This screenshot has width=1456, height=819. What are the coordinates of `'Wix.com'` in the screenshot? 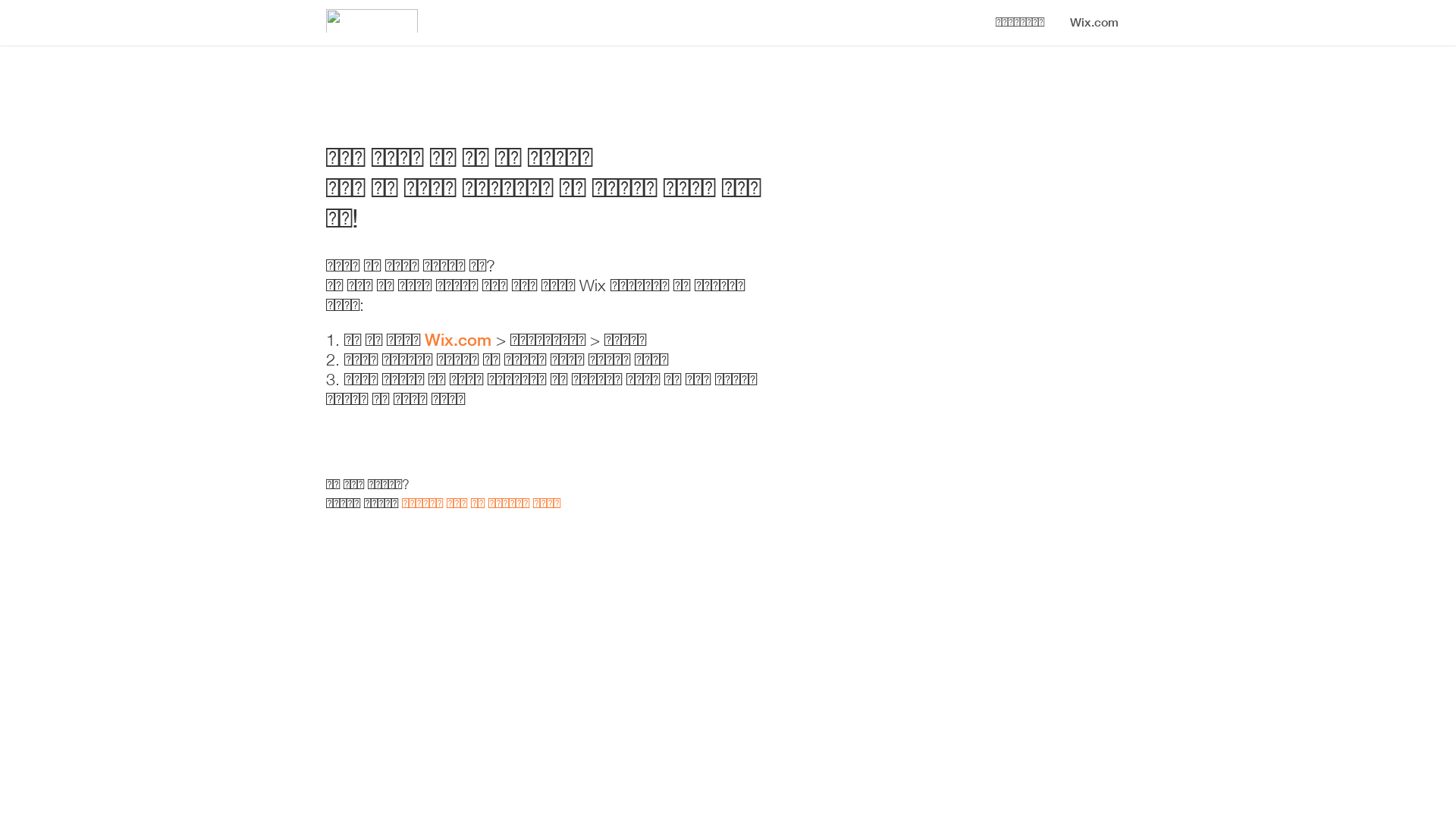 It's located at (425, 338).